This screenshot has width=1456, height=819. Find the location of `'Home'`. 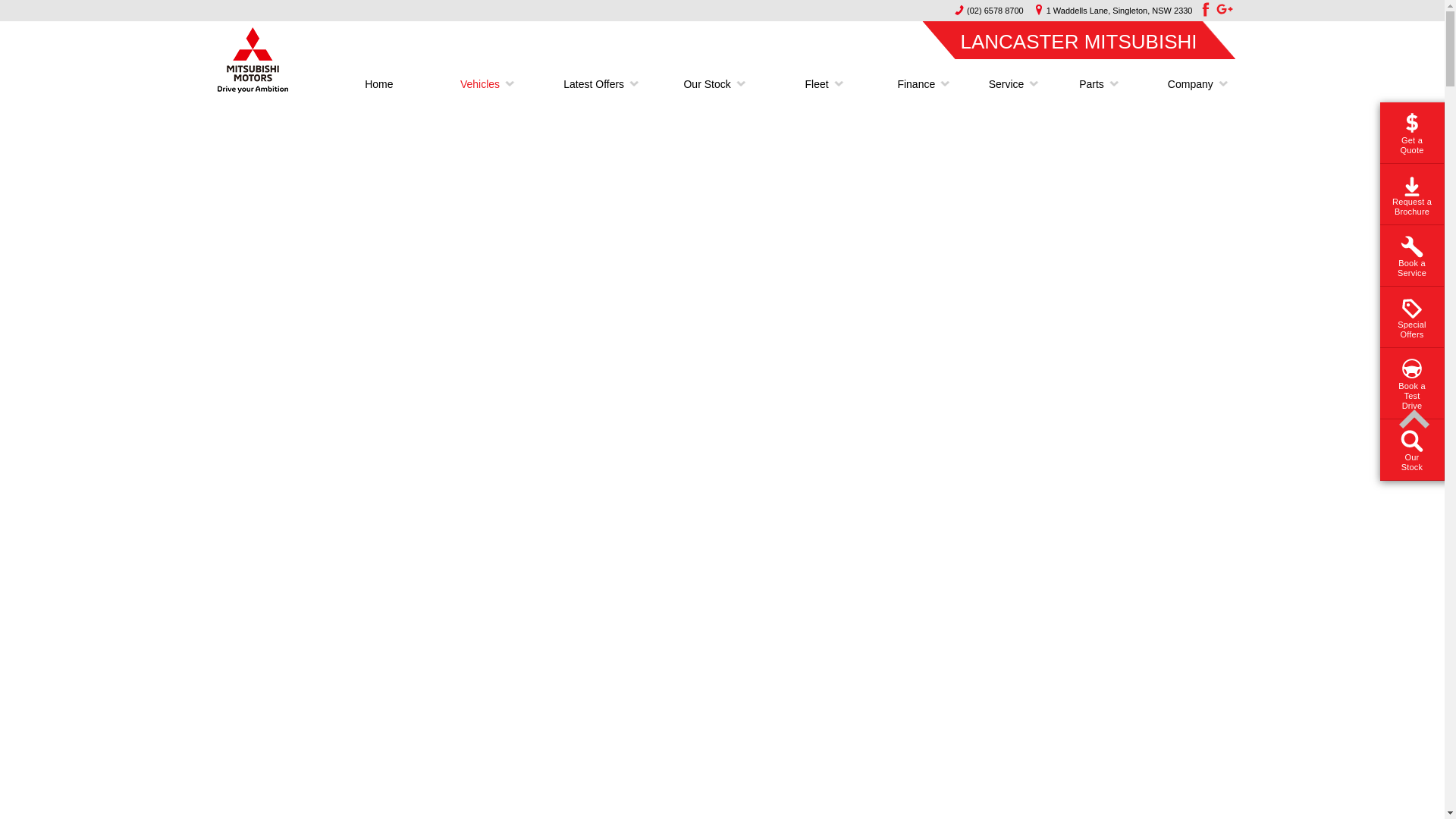

'Home' is located at coordinates (378, 84).